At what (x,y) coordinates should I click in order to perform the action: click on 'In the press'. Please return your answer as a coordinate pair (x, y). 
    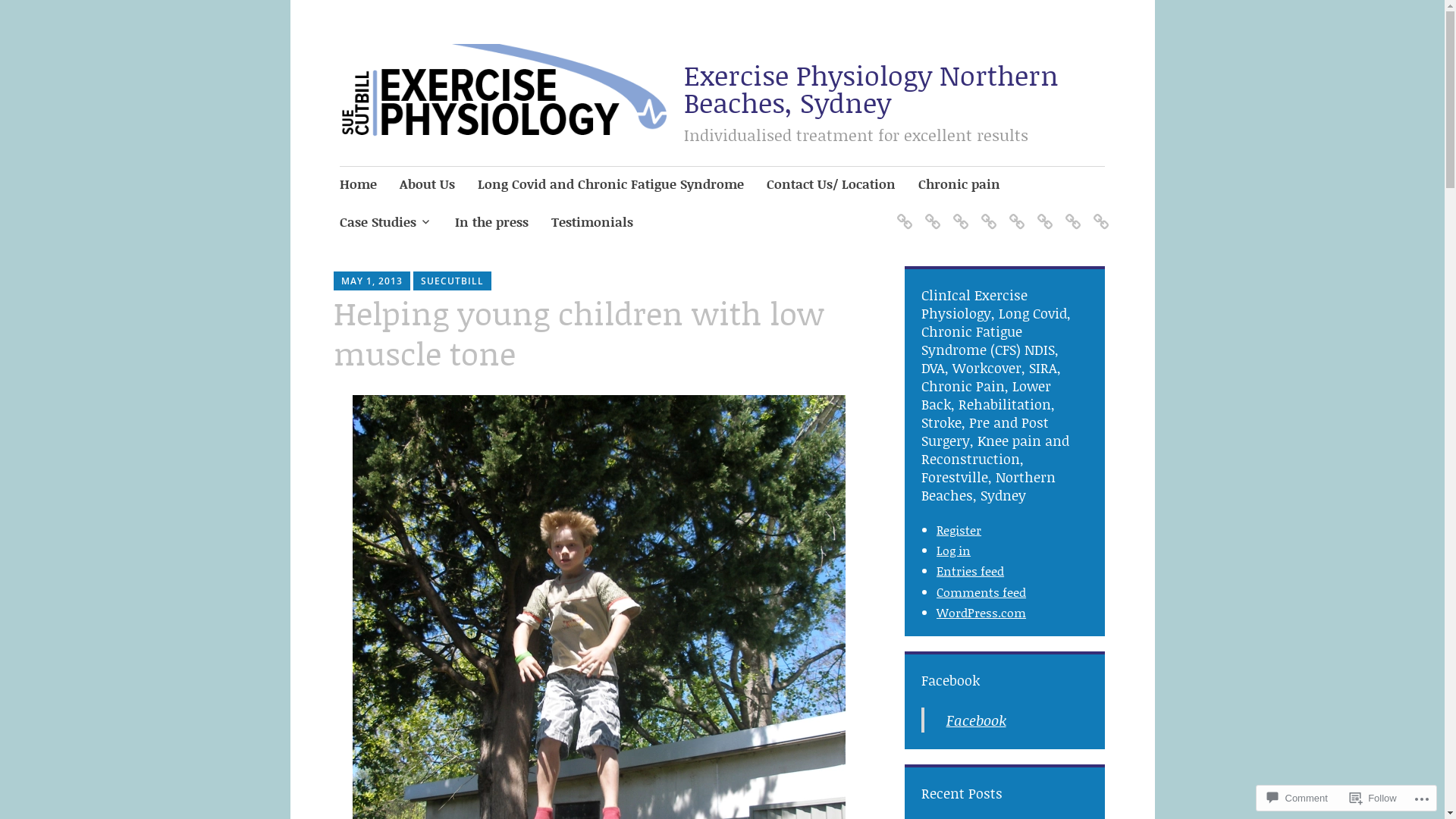
    Looking at the image, I should click on (491, 222).